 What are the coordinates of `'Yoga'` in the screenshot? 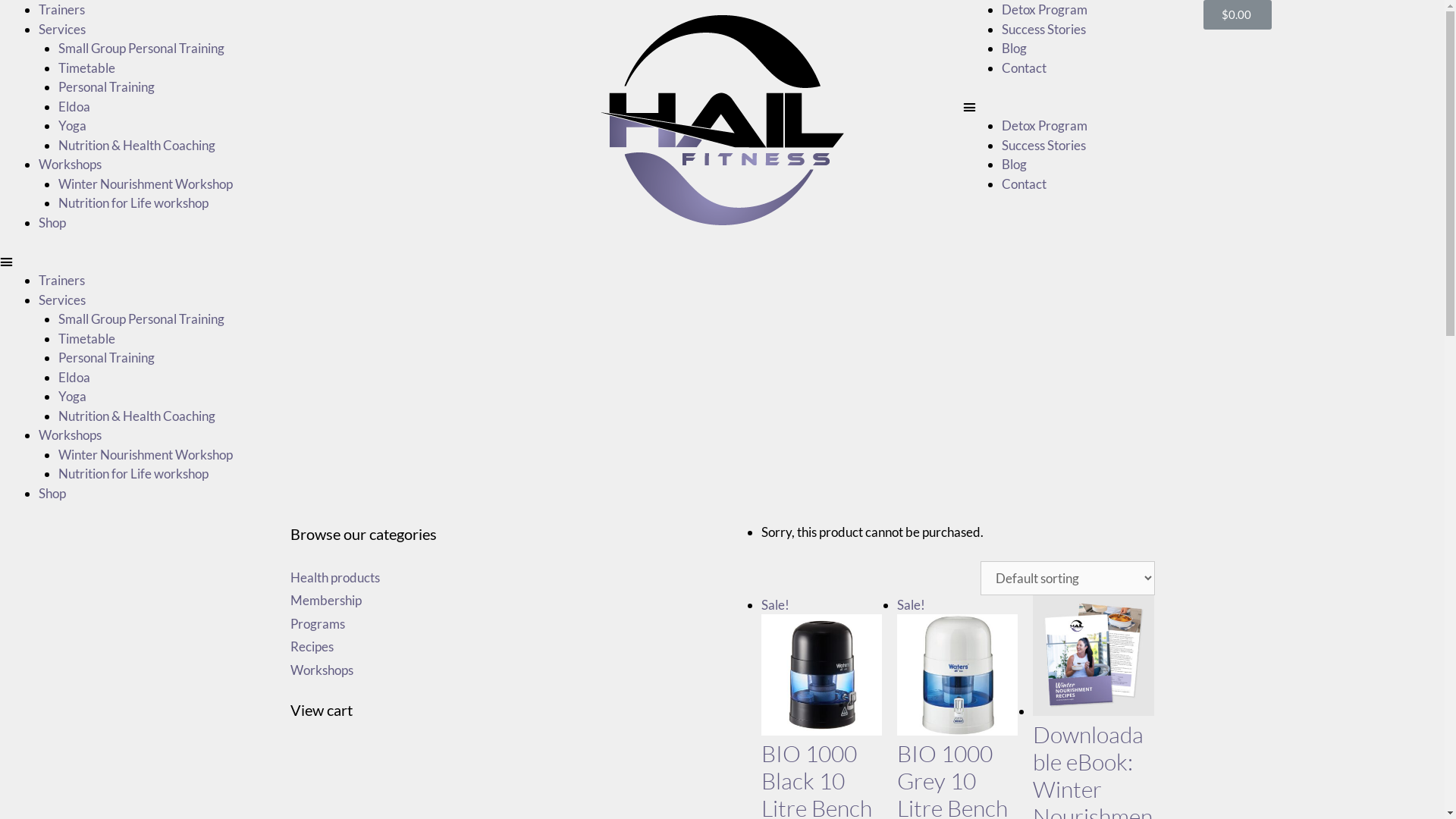 It's located at (58, 124).